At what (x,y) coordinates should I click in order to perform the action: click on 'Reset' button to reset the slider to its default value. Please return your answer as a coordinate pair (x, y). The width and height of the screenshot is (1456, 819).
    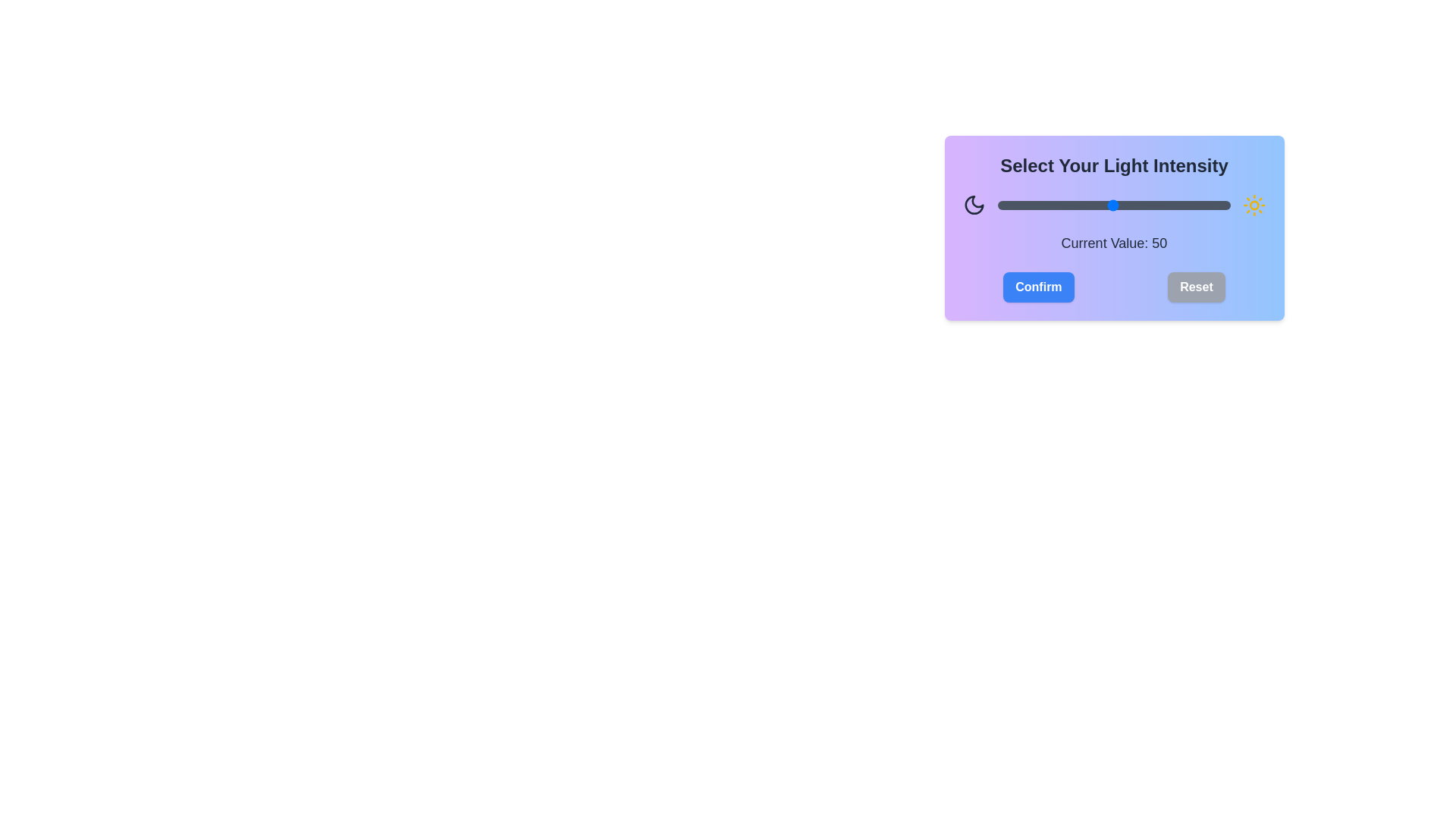
    Looking at the image, I should click on (1195, 287).